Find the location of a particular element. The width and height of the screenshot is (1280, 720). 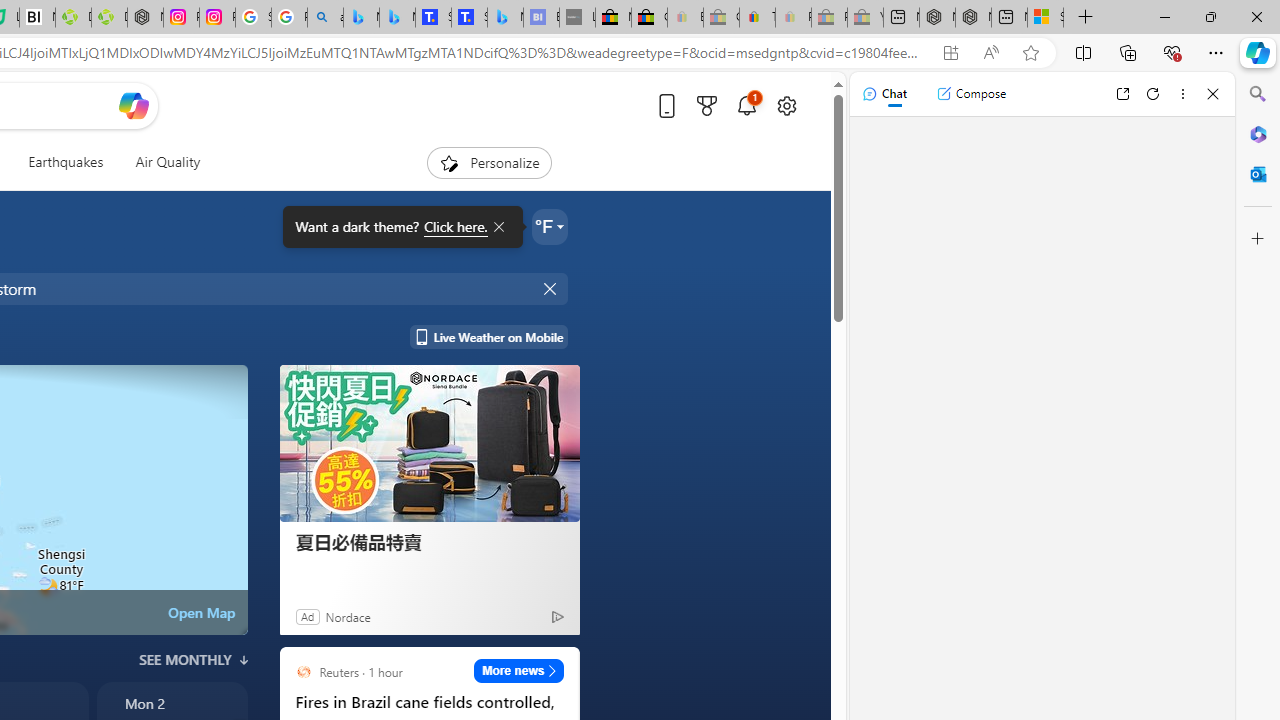

'Microsoft Bing Travel - Flights from Hong Kong to Bangkok' is located at coordinates (361, 17).